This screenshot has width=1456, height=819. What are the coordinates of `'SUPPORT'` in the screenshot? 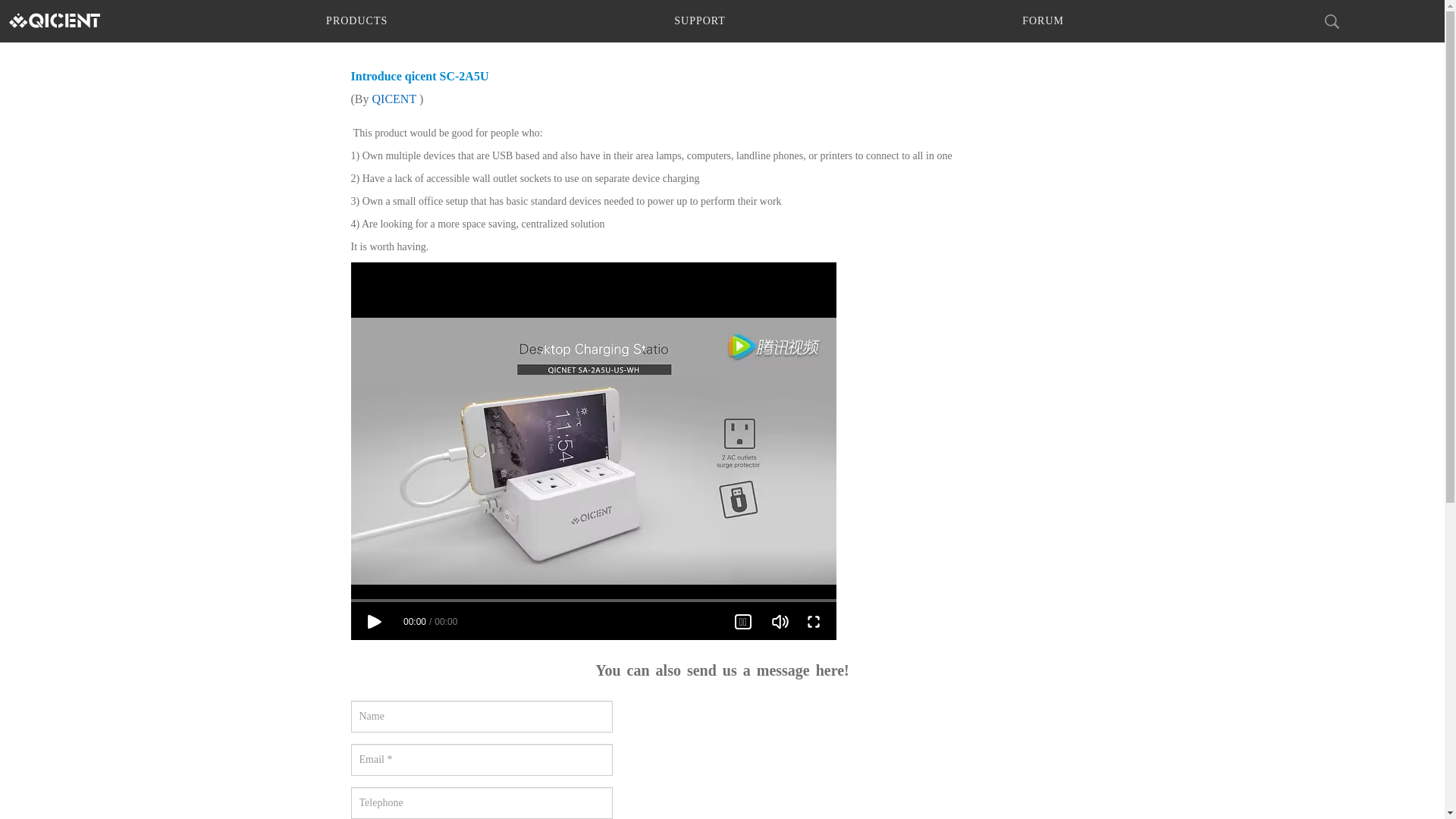 It's located at (698, 20).